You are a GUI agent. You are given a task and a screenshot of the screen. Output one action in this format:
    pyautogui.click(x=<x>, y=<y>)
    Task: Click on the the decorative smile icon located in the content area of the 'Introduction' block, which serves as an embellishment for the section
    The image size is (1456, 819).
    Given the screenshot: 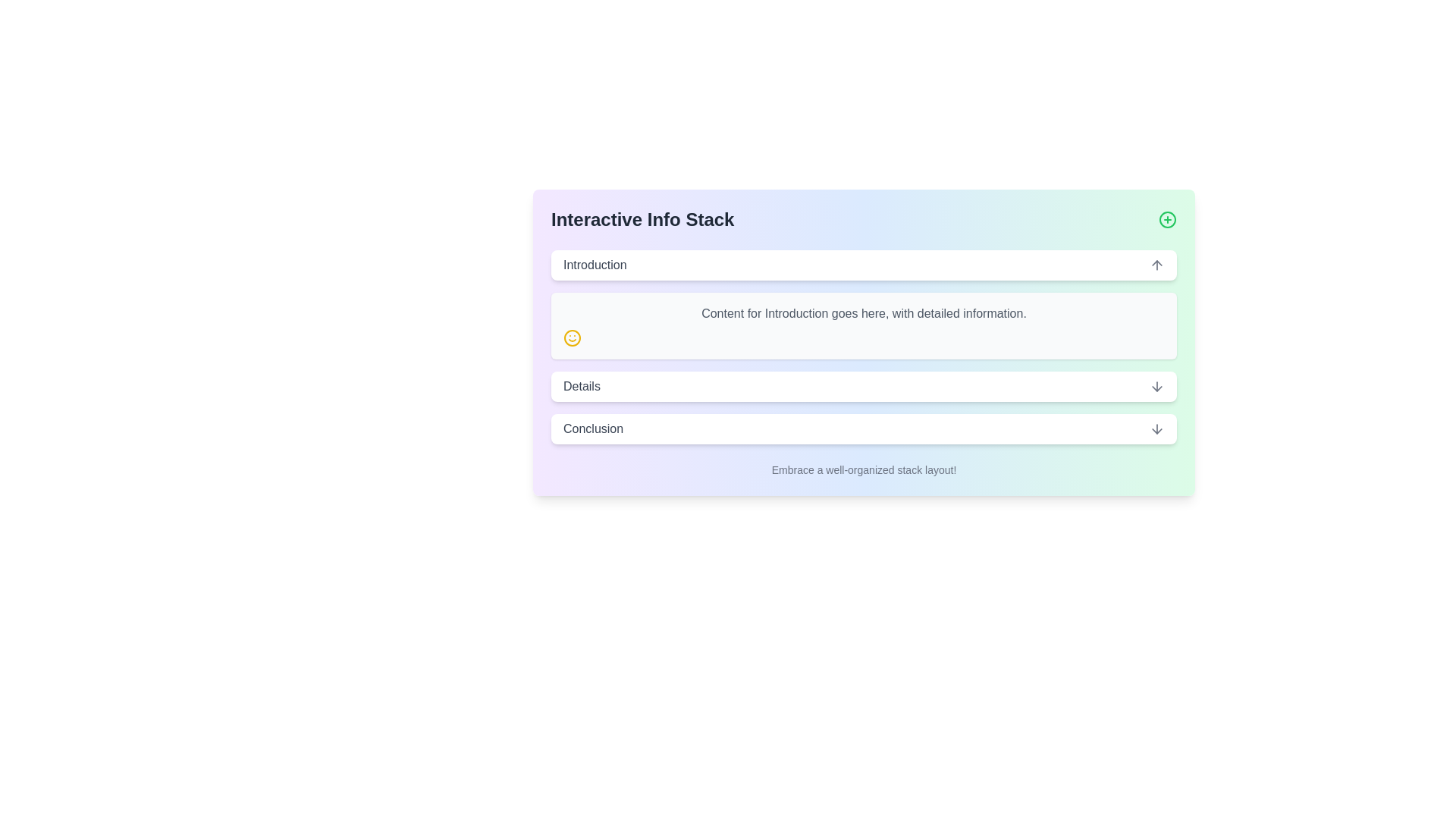 What is the action you would take?
    pyautogui.click(x=571, y=337)
    